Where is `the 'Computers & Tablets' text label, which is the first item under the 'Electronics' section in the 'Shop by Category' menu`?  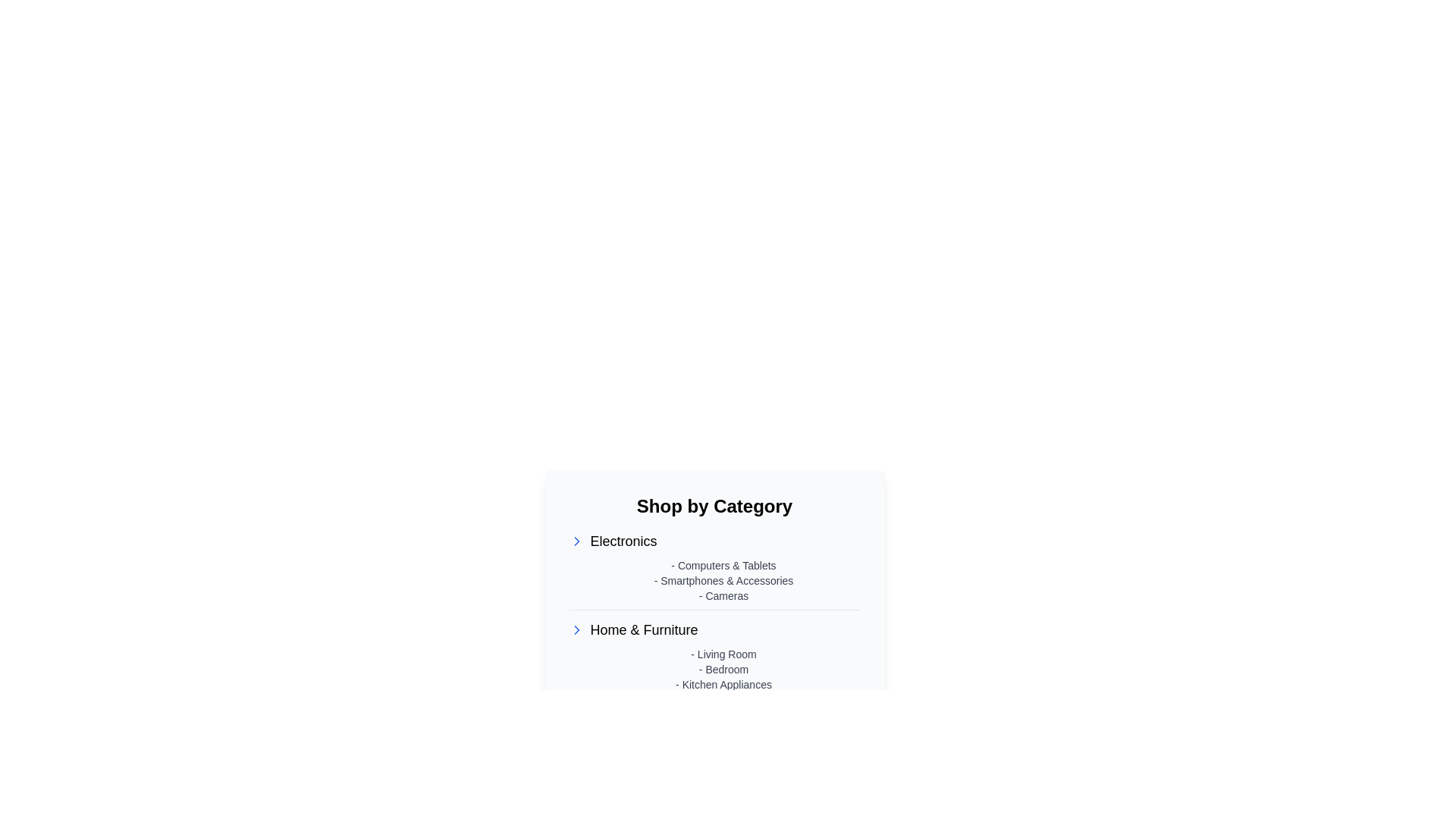 the 'Computers & Tablets' text label, which is the first item under the 'Electronics' section in the 'Shop by Category' menu is located at coordinates (723, 565).